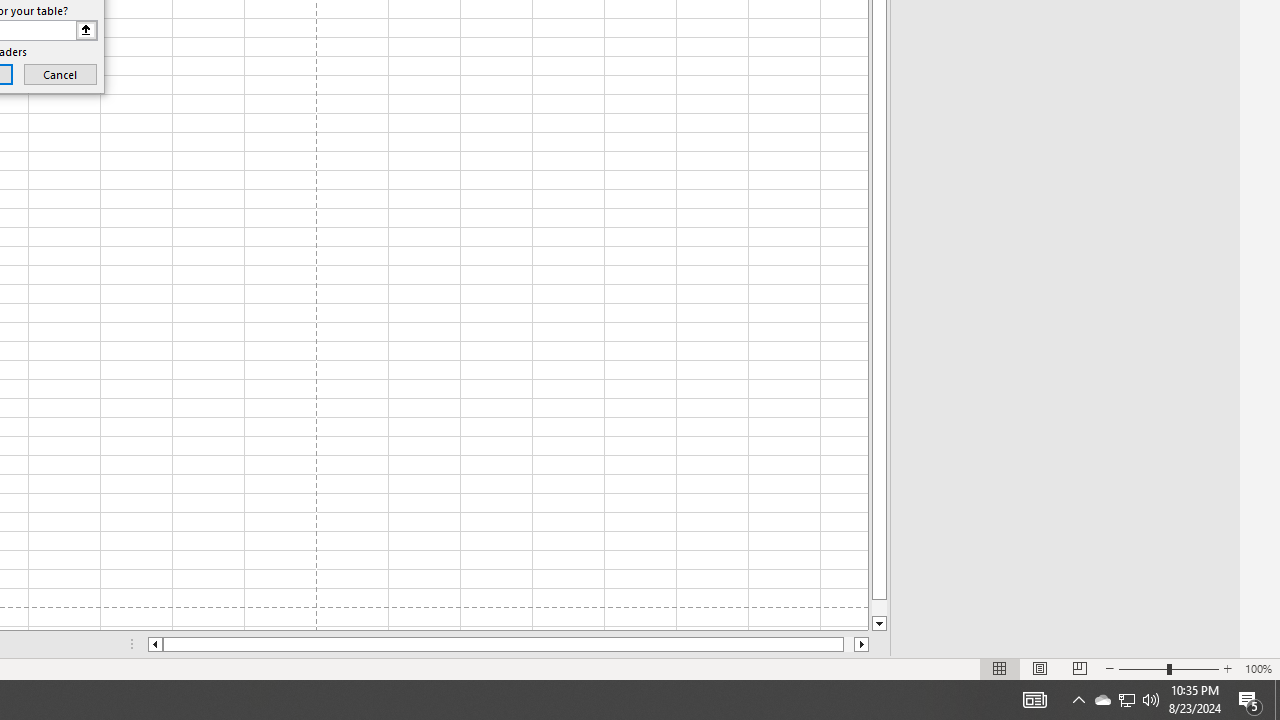  What do you see at coordinates (1226, 669) in the screenshot?
I see `'Zoom In'` at bounding box center [1226, 669].